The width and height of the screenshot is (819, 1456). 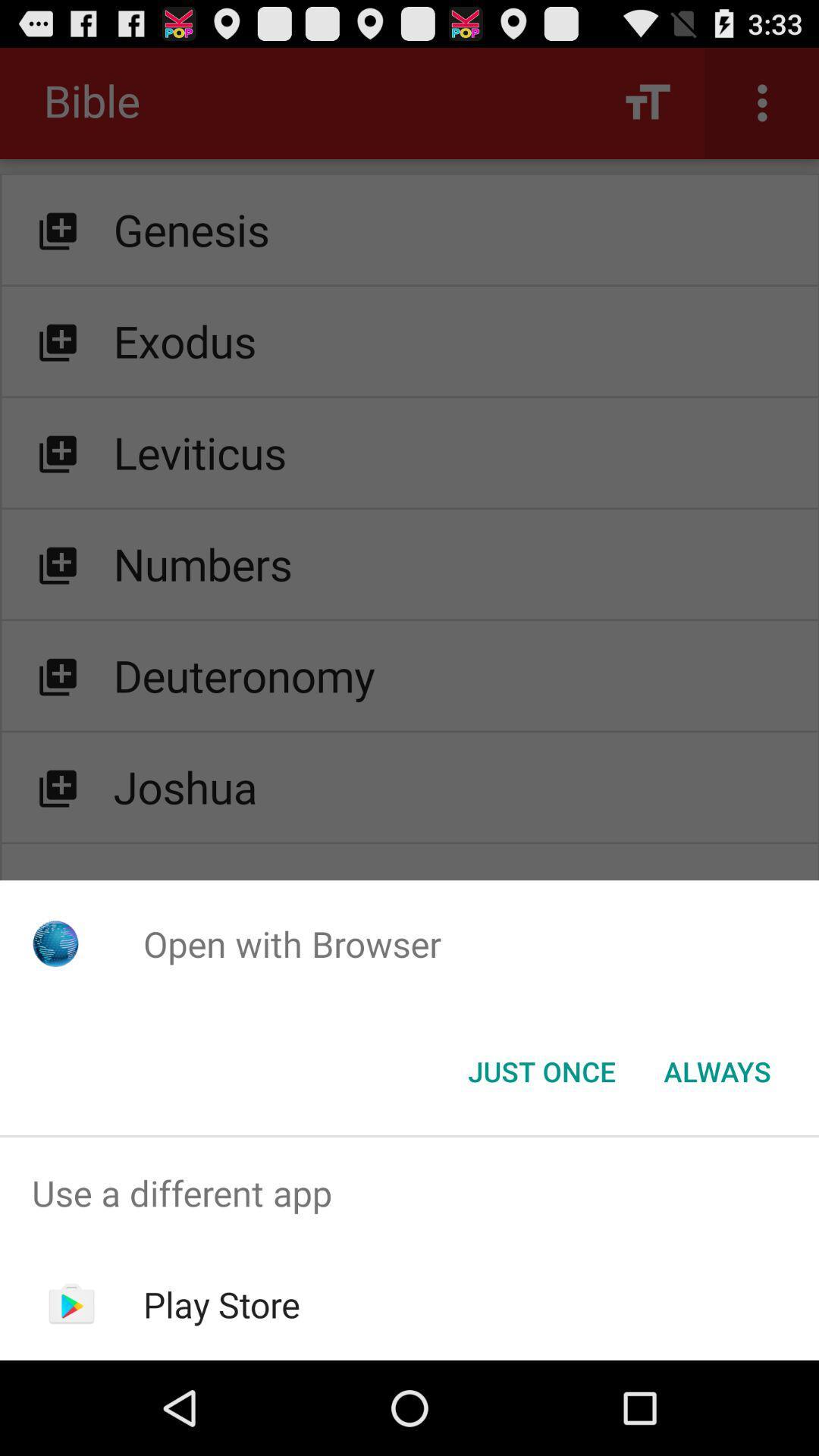 What do you see at coordinates (541, 1070) in the screenshot?
I see `button to the left of always button` at bounding box center [541, 1070].